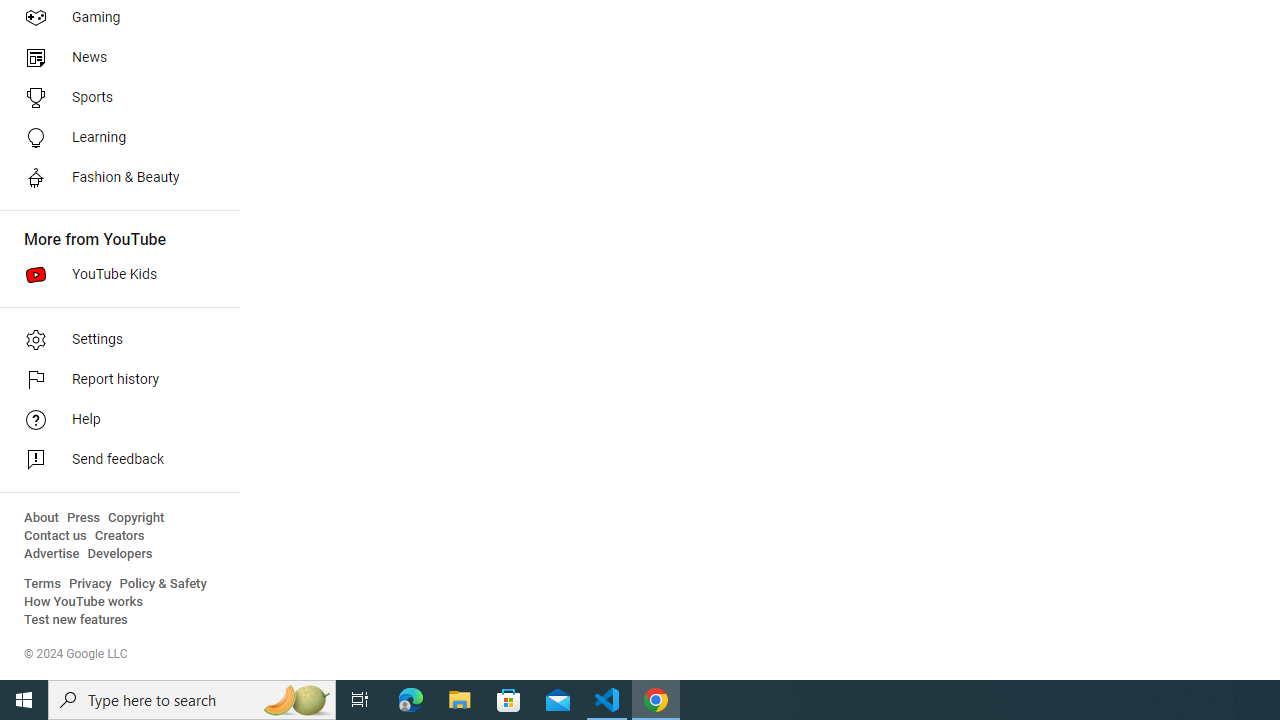 The image size is (1280, 720). I want to click on 'Settings', so click(112, 338).